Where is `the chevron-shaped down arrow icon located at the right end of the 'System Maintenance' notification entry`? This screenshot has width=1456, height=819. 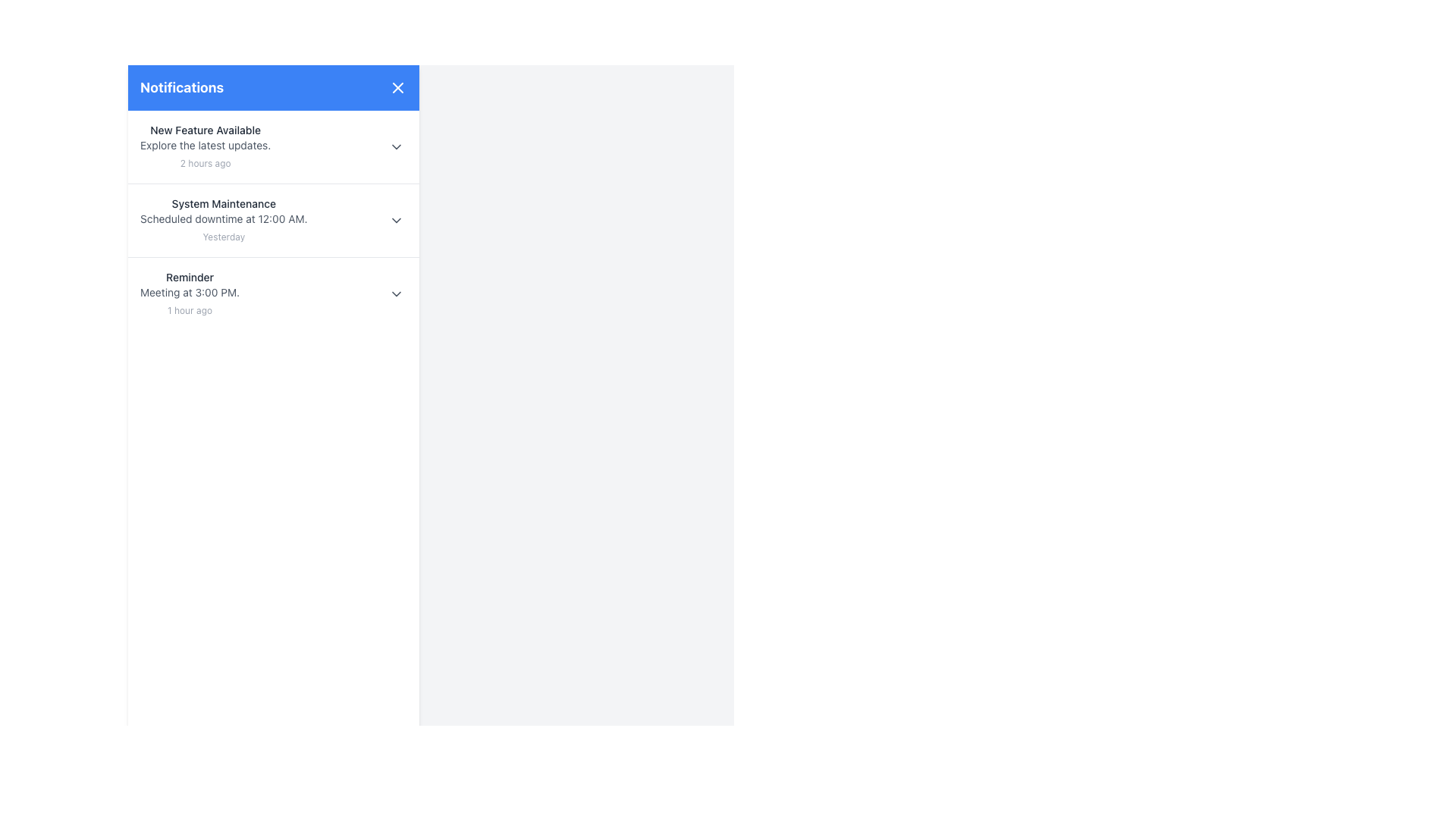
the chevron-shaped down arrow icon located at the right end of the 'System Maintenance' notification entry is located at coordinates (397, 220).